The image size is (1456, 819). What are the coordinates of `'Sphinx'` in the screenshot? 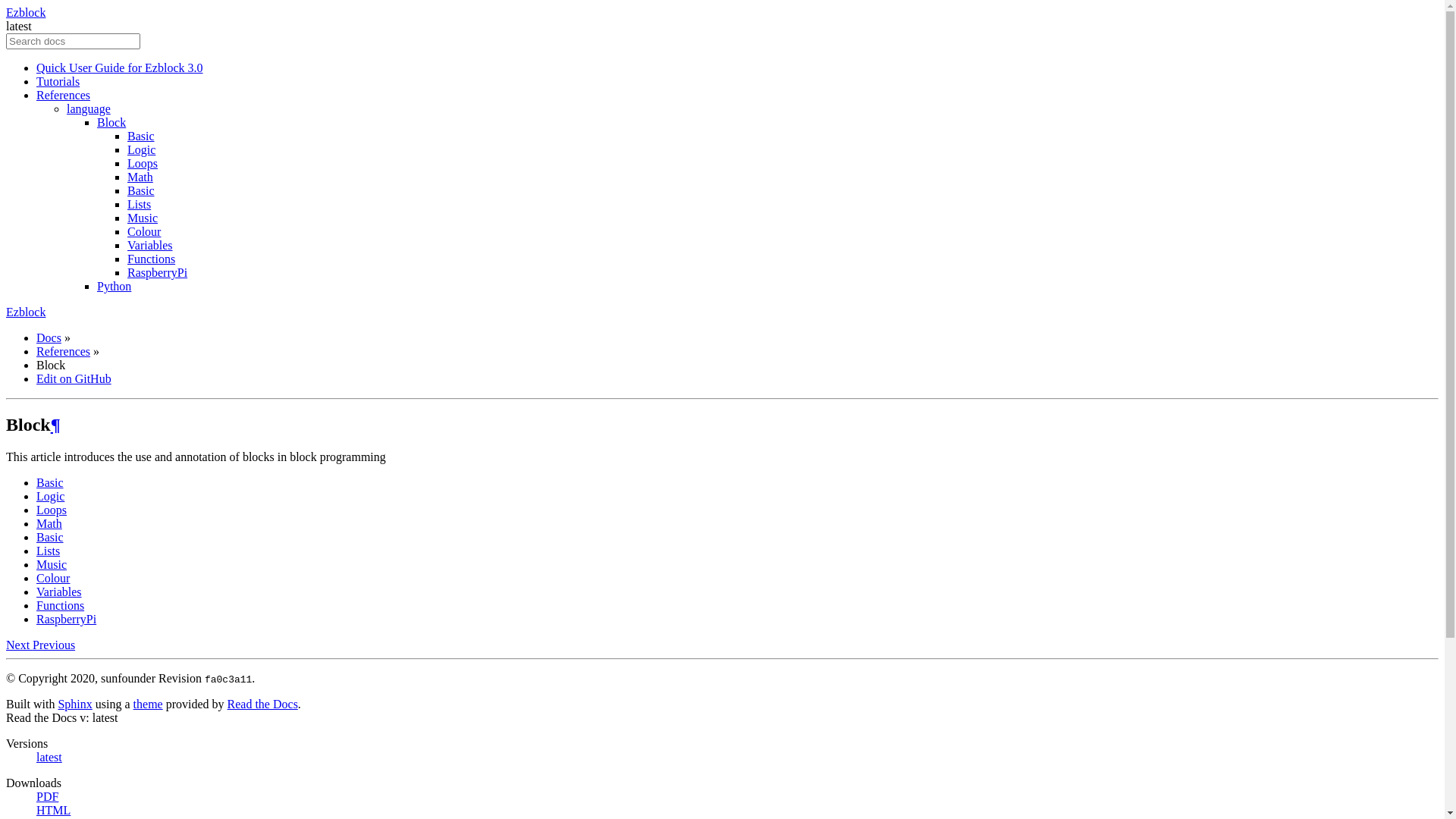 It's located at (74, 704).